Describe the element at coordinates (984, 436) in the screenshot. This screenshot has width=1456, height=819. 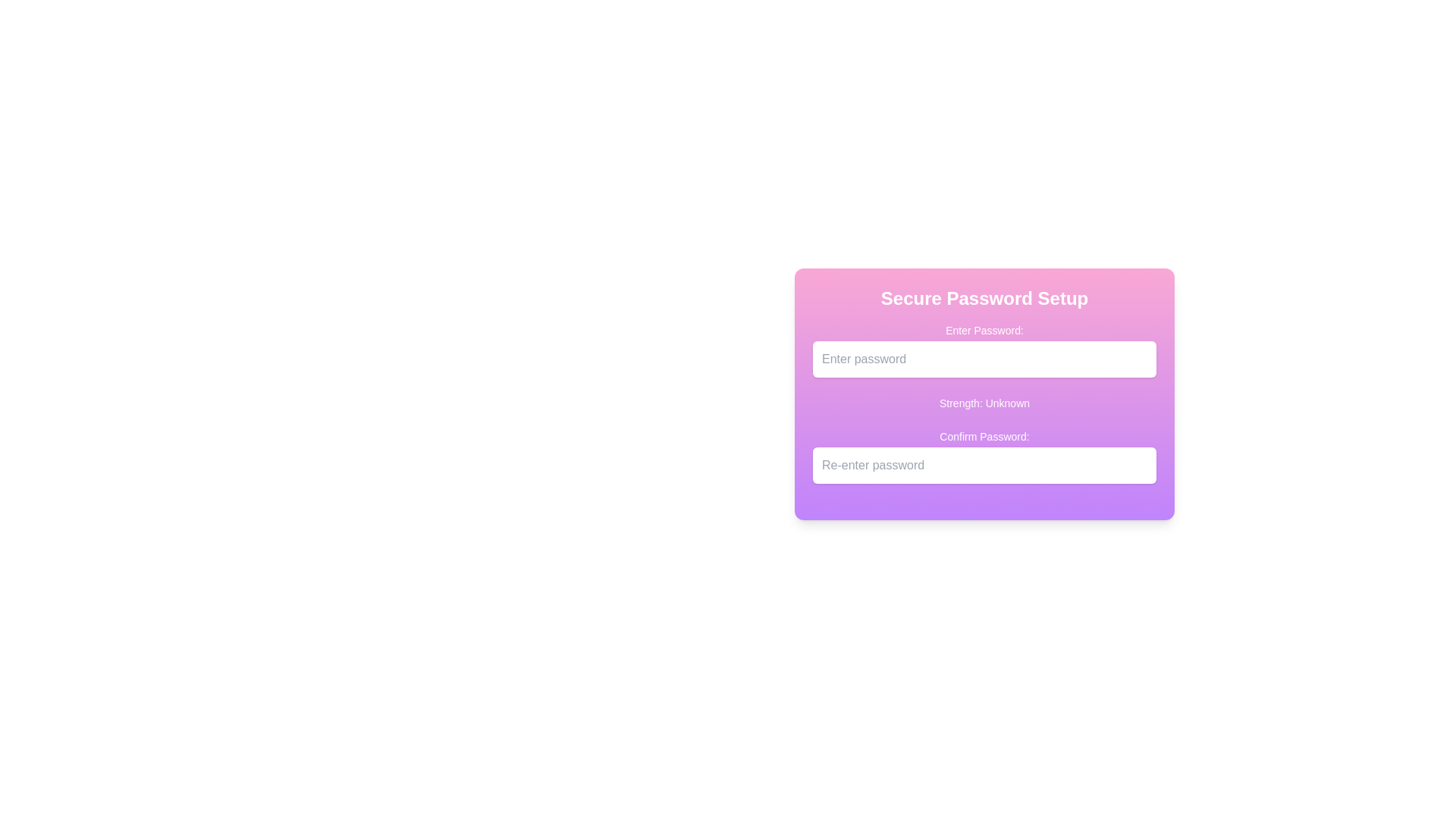
I see `the Text label that indicates the purpose of the input field for confirming the password, positioned above the 'Re-enter password' field` at that location.